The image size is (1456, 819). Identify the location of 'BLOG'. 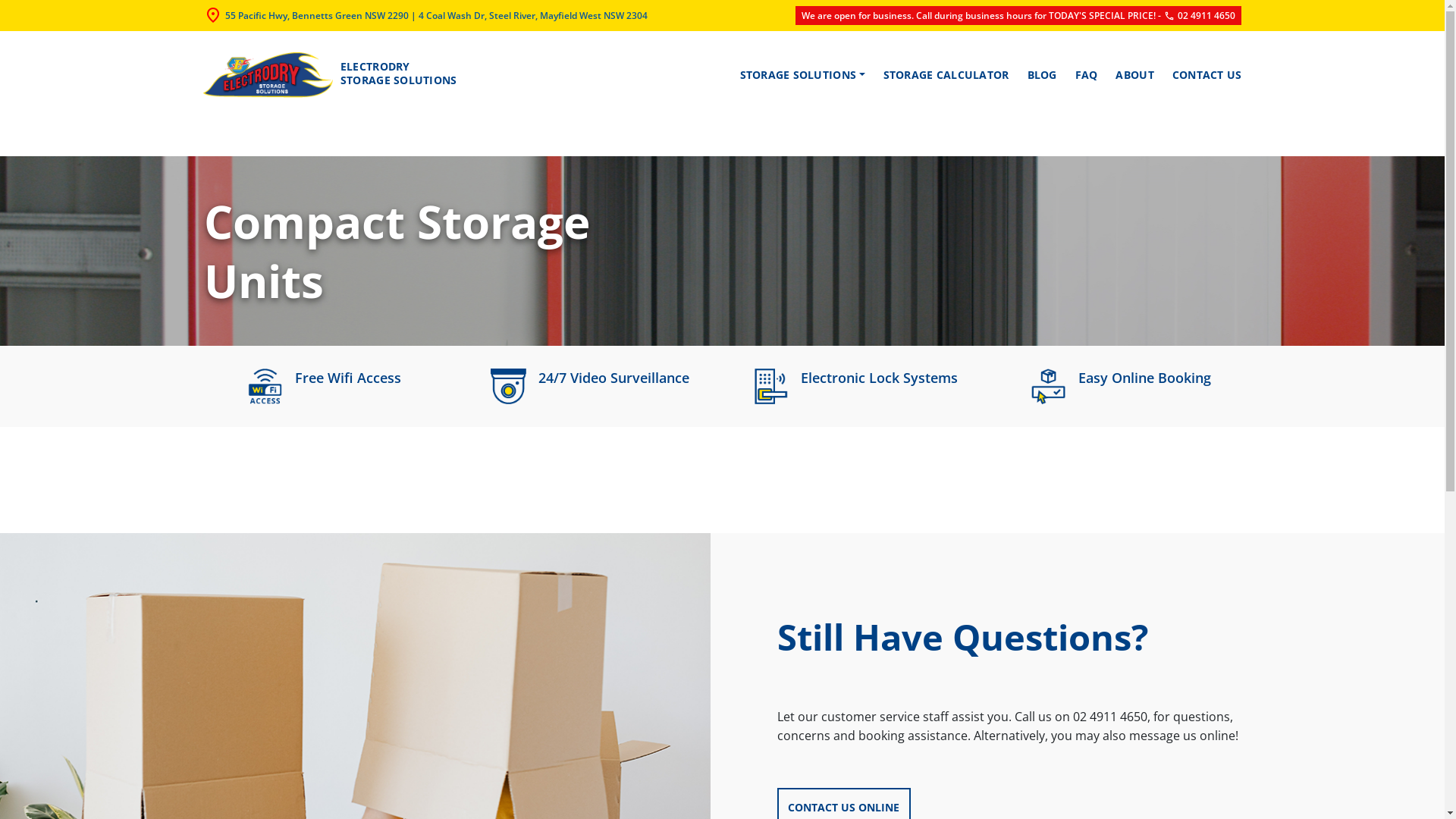
(1041, 75).